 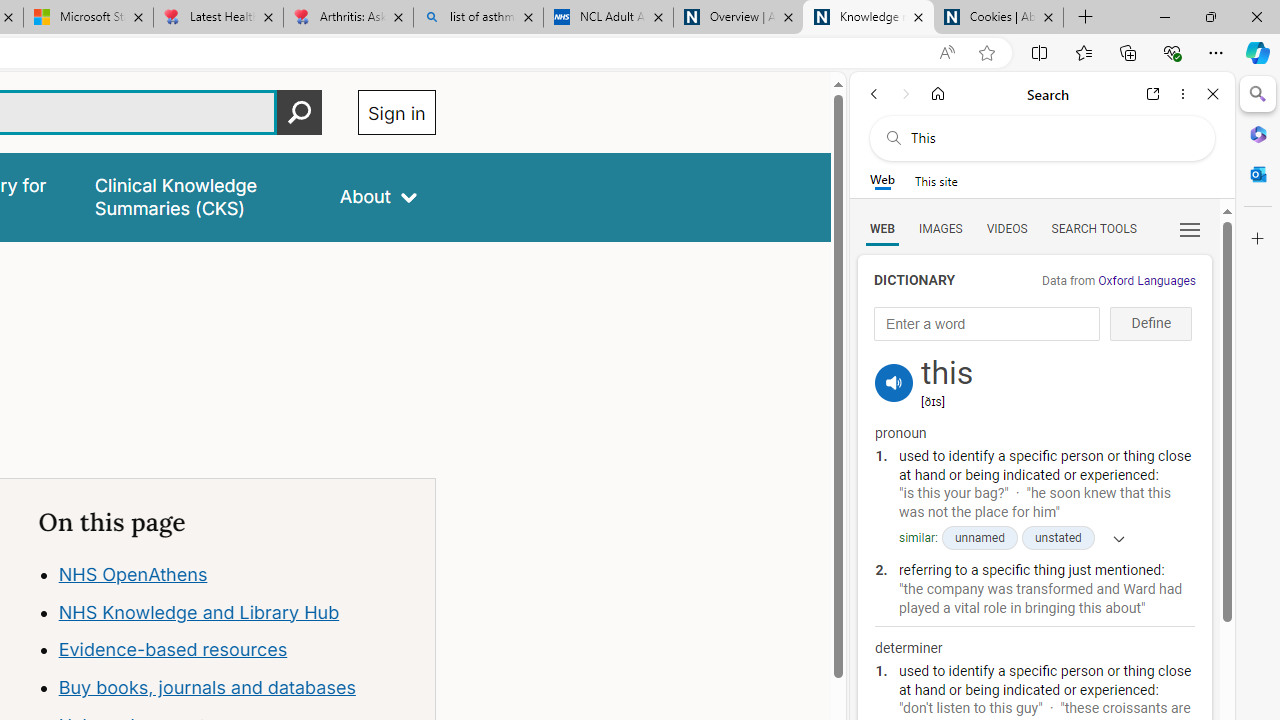 I want to click on 'Cookies | About | NICE', so click(x=999, y=17).